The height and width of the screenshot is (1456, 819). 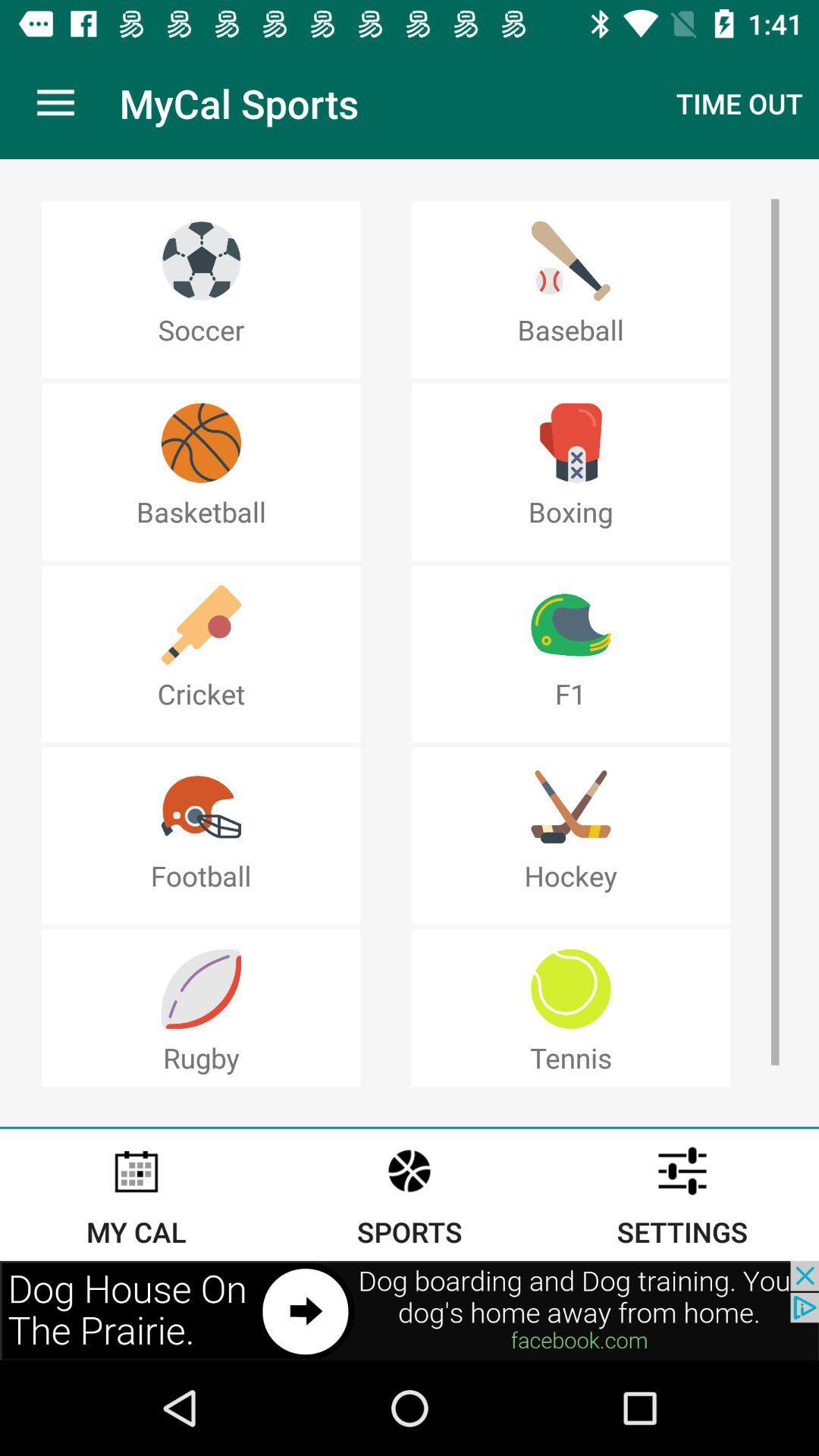 What do you see at coordinates (200, 442) in the screenshot?
I see `basketball image` at bounding box center [200, 442].